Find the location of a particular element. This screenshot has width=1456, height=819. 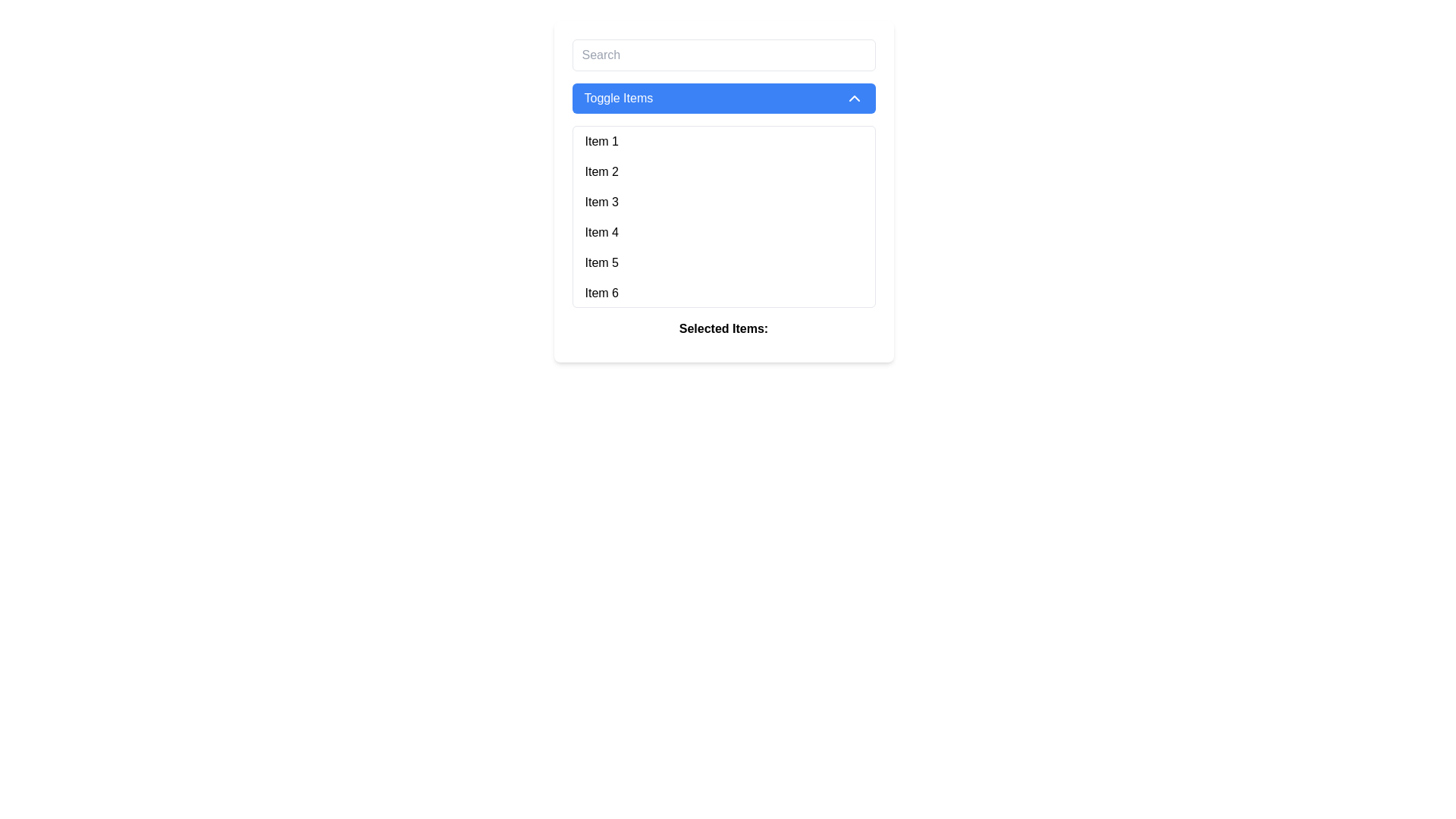

the scroll view containing multiple items labeled 'Item 1' through 'Item 20' is located at coordinates (723, 191).